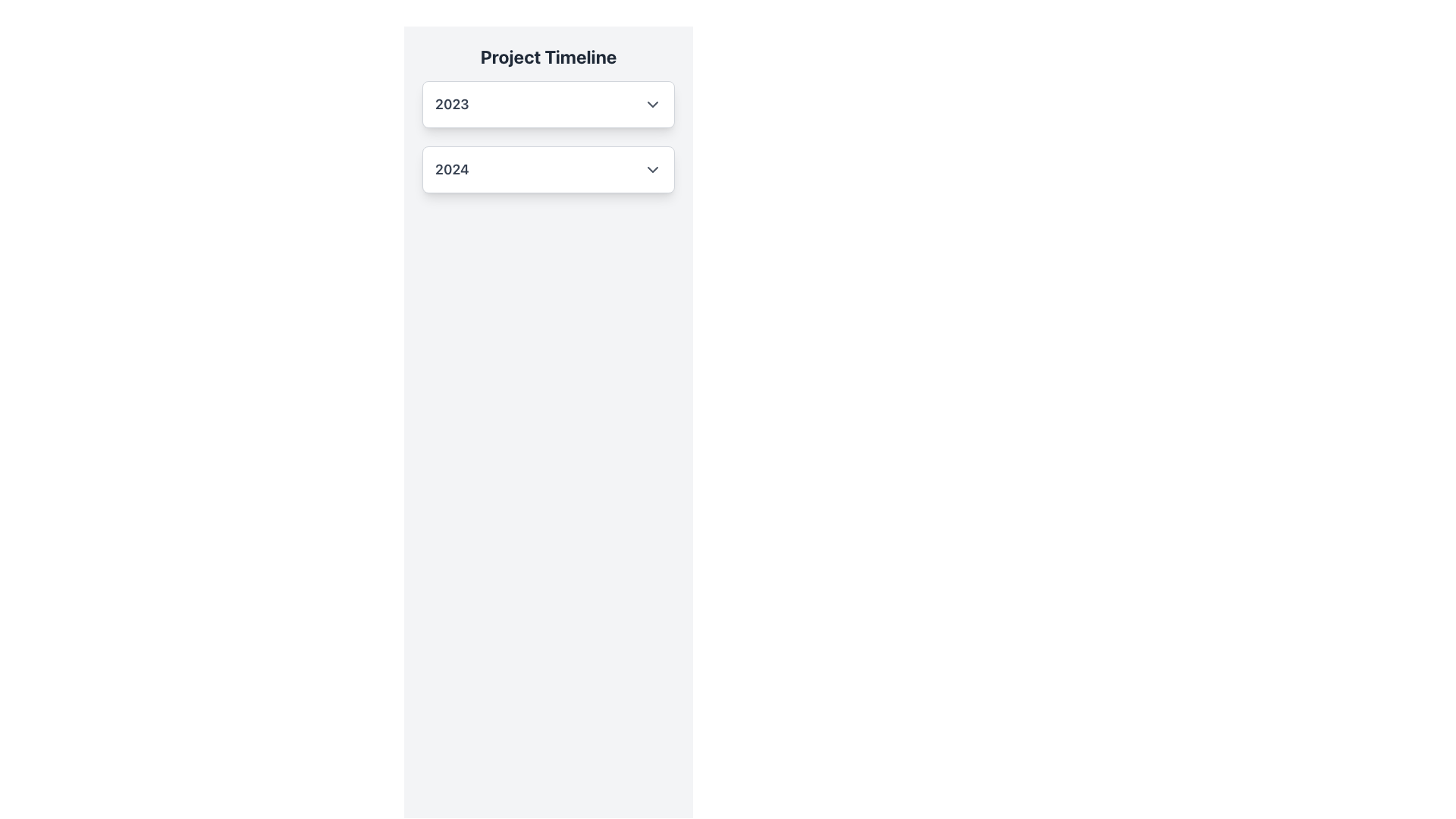 The height and width of the screenshot is (819, 1456). I want to click on the Dropdown button displaying '2023' for keyboard navigation, so click(548, 104).